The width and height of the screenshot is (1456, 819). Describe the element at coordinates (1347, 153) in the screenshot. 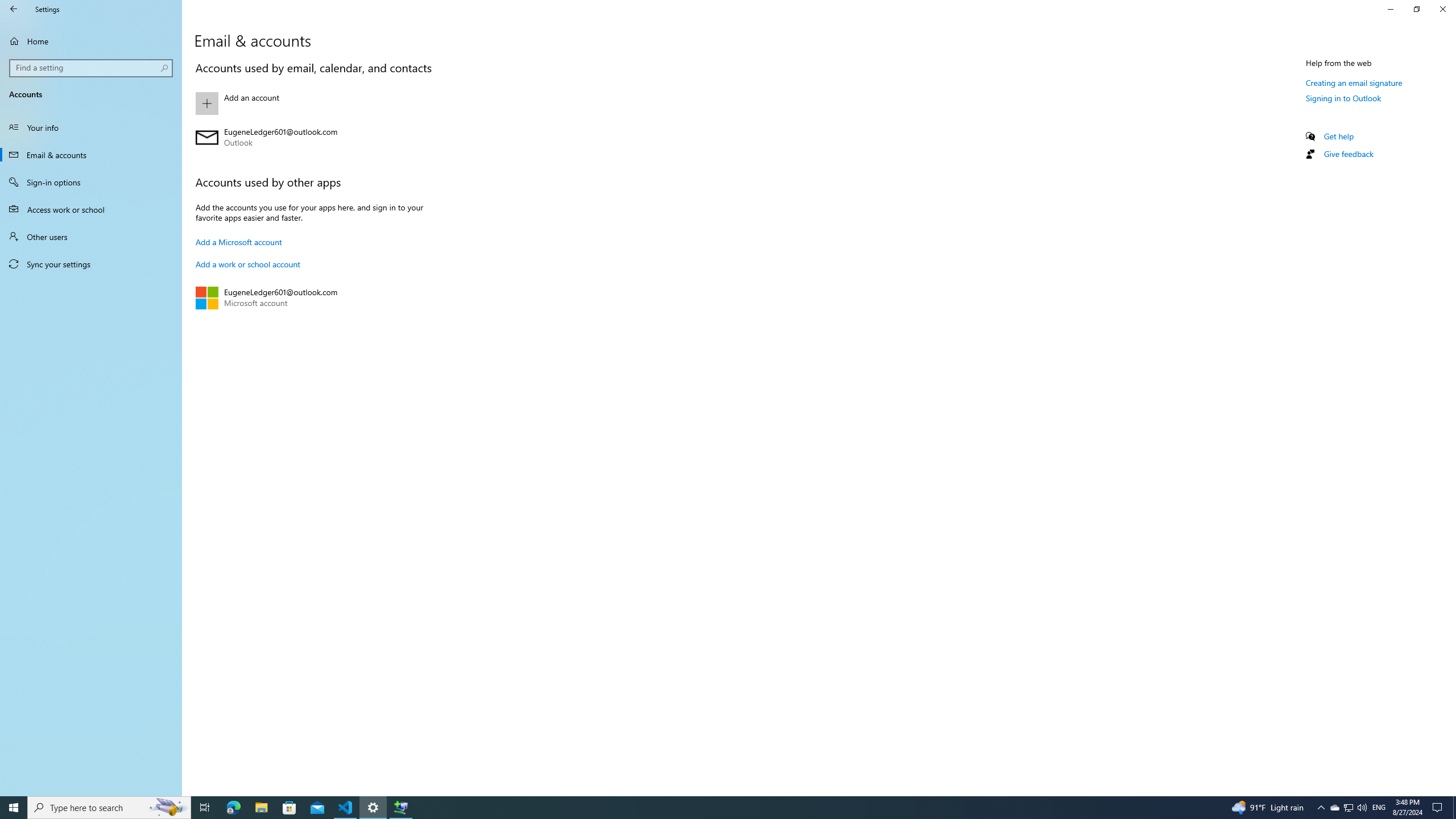

I see `'Give feedback'` at that location.